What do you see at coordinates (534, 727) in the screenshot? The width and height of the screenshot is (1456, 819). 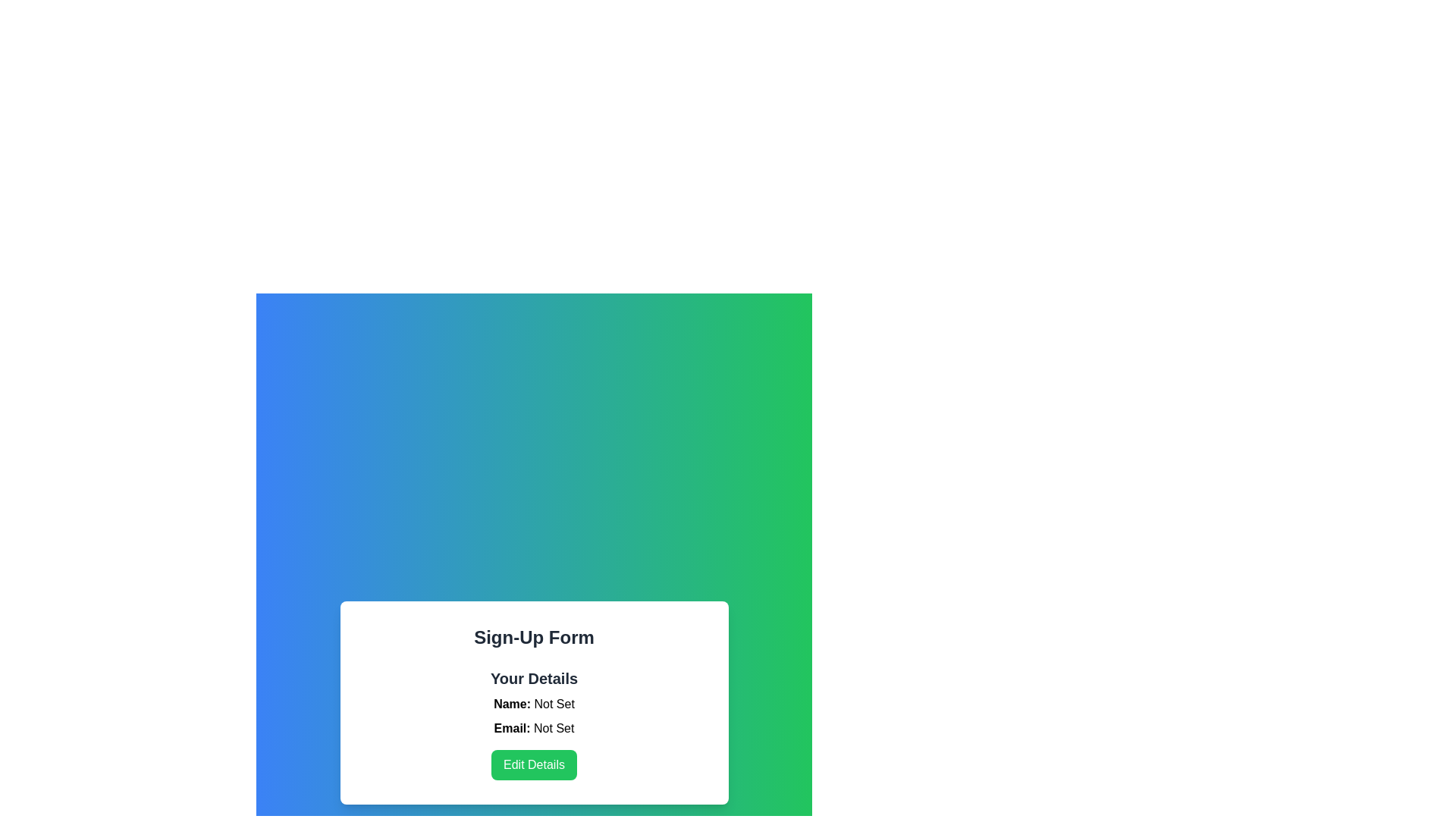 I see `the email status text label that displays 'Not Set' in the 'Your Details' section, positioned between 'Name: Not Set' and the 'Edit Details' button` at bounding box center [534, 727].